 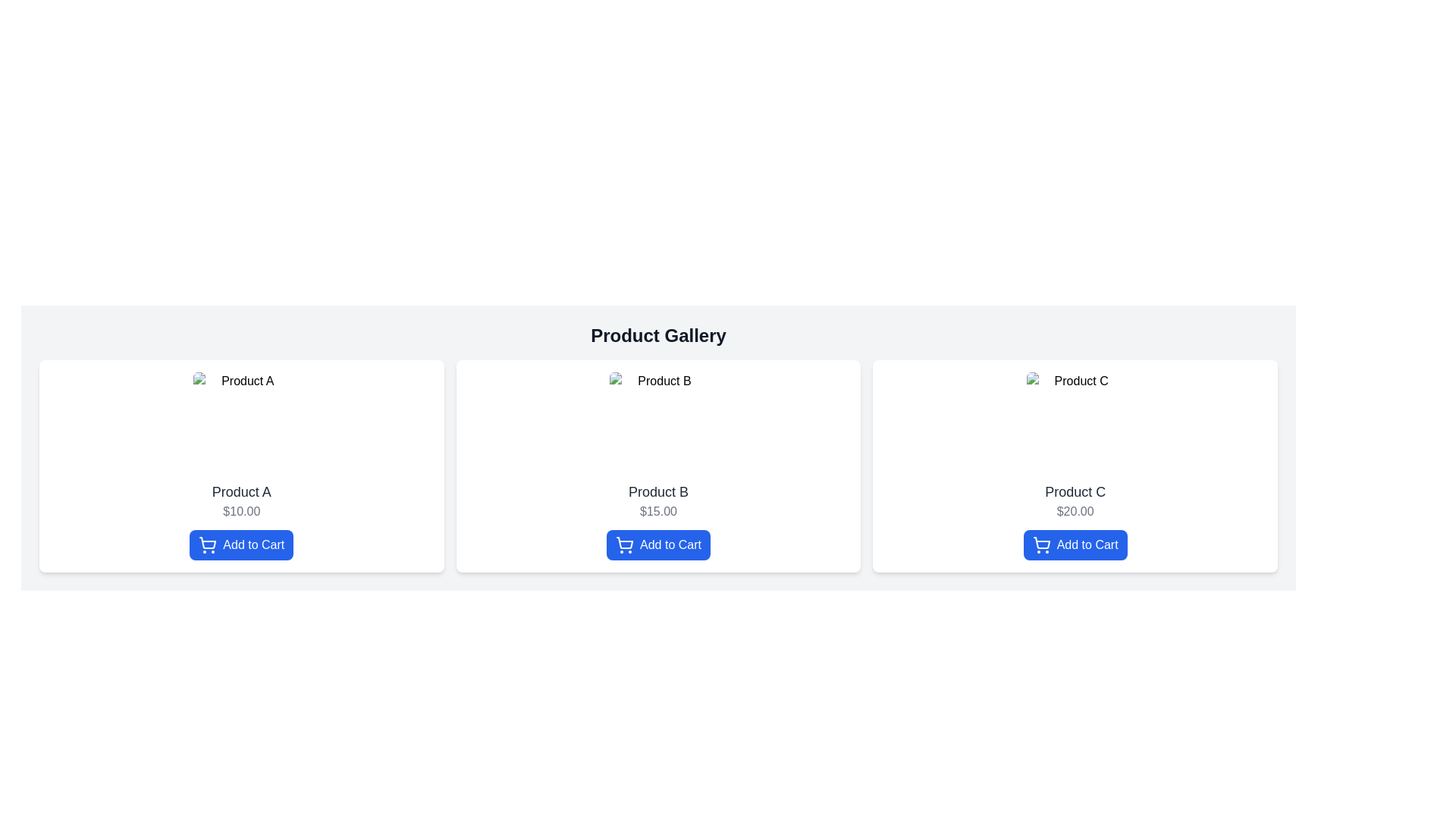 I want to click on the image representing 'Product B' located at the top of its product card in the gallery grid, so click(x=658, y=421).